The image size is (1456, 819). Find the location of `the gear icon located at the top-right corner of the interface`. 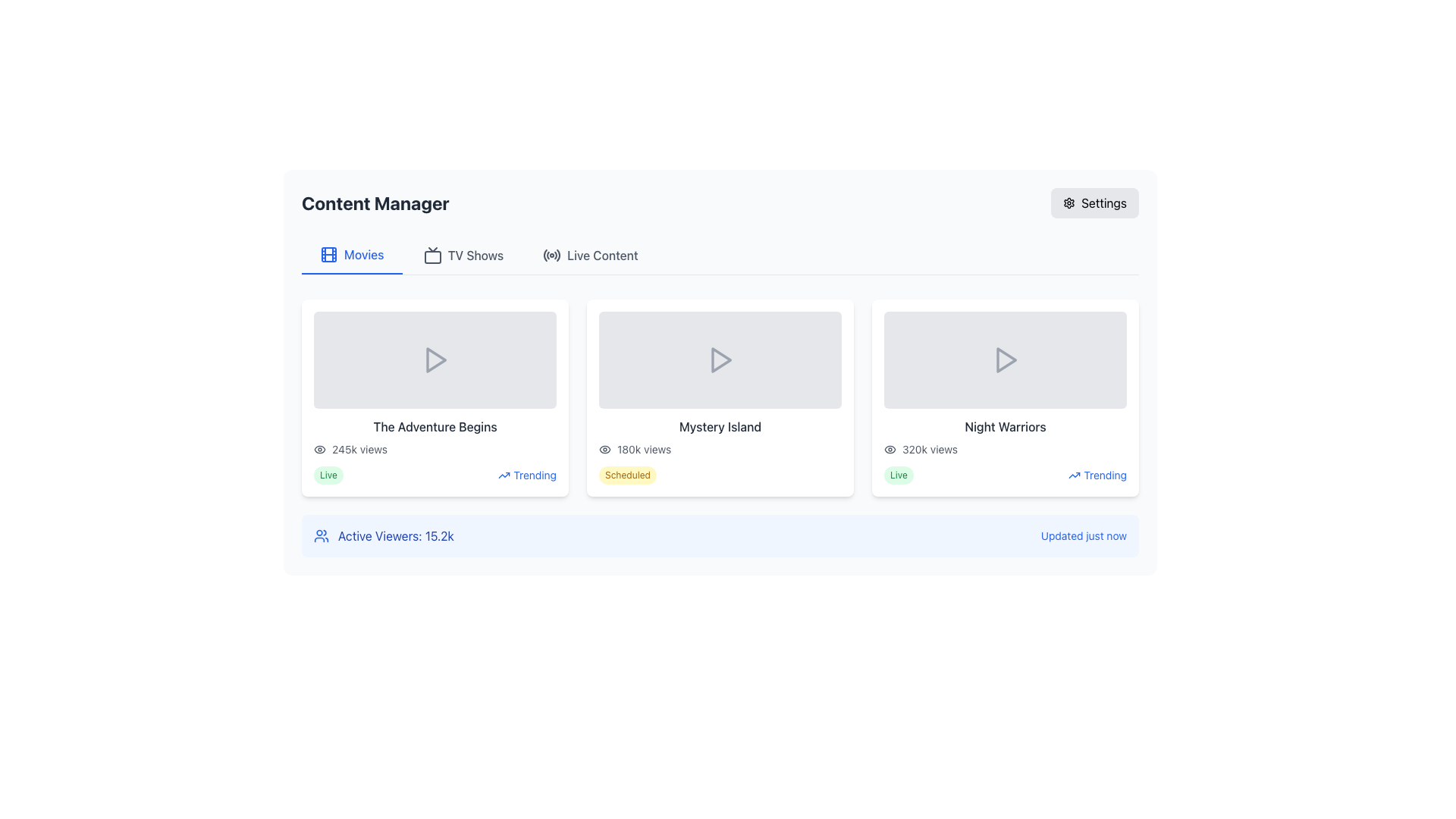

the gear icon located at the top-right corner of the interface is located at coordinates (1068, 202).